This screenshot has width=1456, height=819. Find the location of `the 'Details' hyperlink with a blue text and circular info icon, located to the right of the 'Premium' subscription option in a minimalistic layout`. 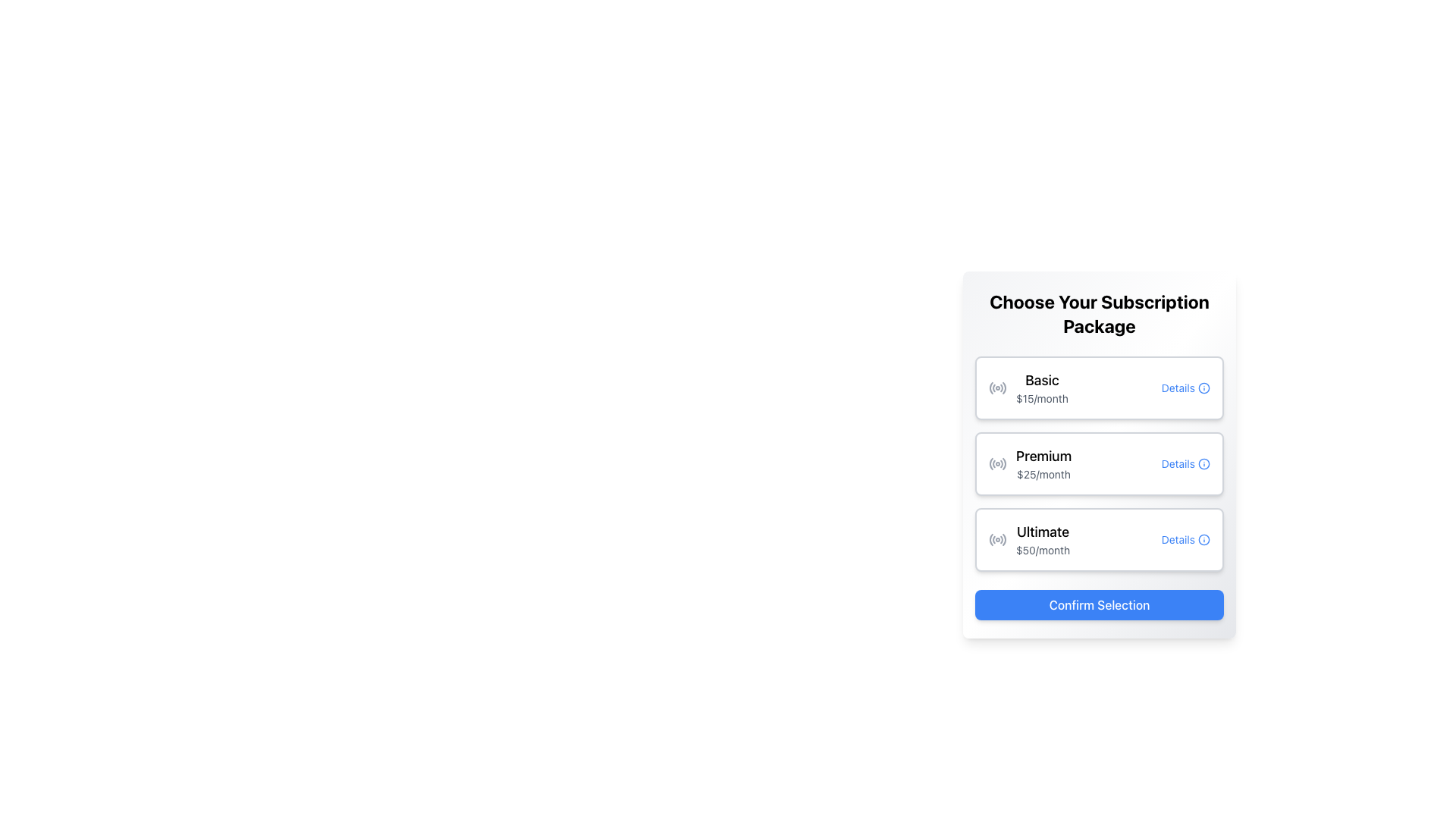

the 'Details' hyperlink with a blue text and circular info icon, located to the right of the 'Premium' subscription option in a minimalistic layout is located at coordinates (1185, 463).